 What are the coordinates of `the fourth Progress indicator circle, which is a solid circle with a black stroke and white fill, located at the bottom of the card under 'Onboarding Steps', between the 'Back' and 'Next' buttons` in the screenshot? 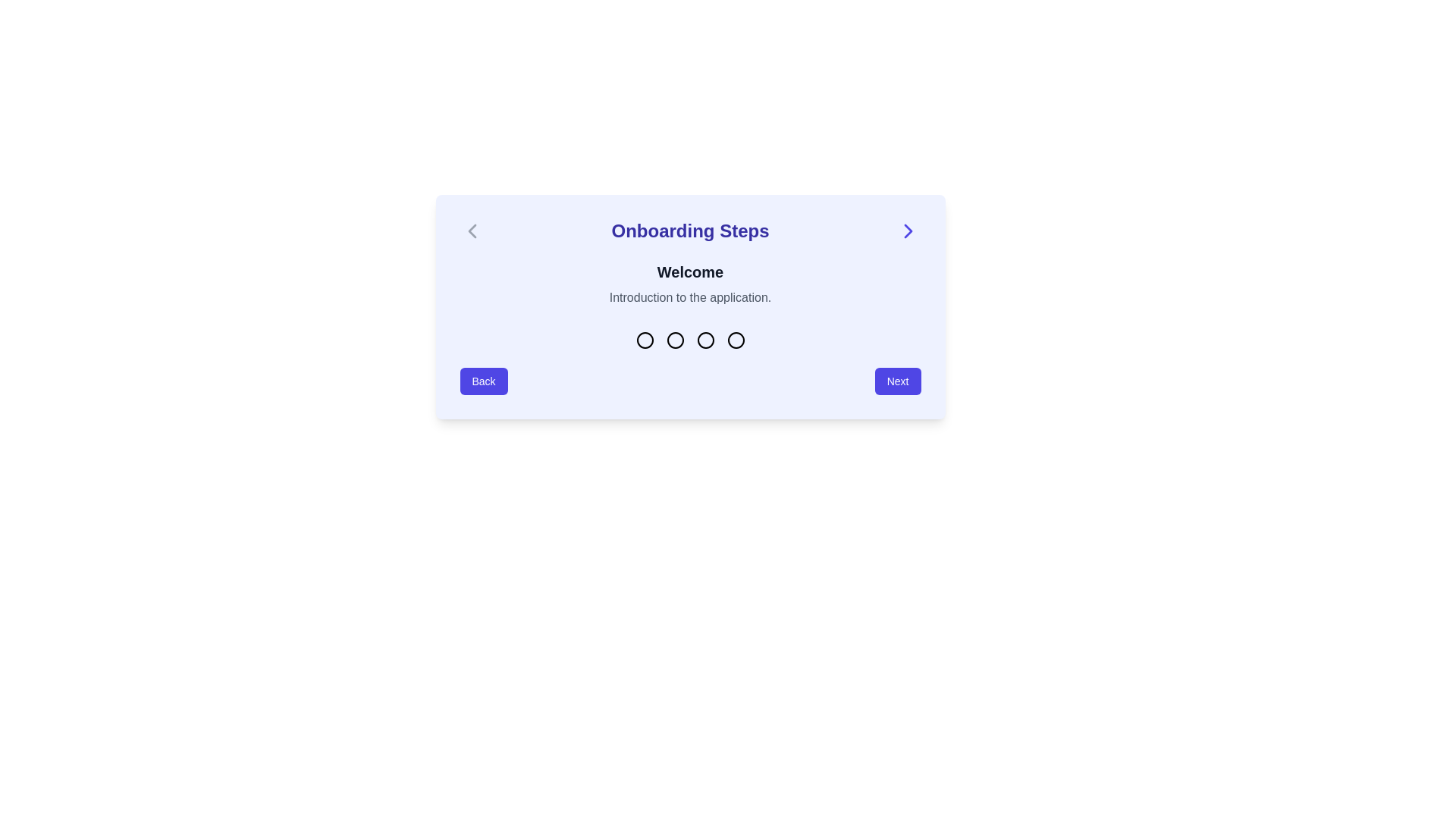 It's located at (736, 339).